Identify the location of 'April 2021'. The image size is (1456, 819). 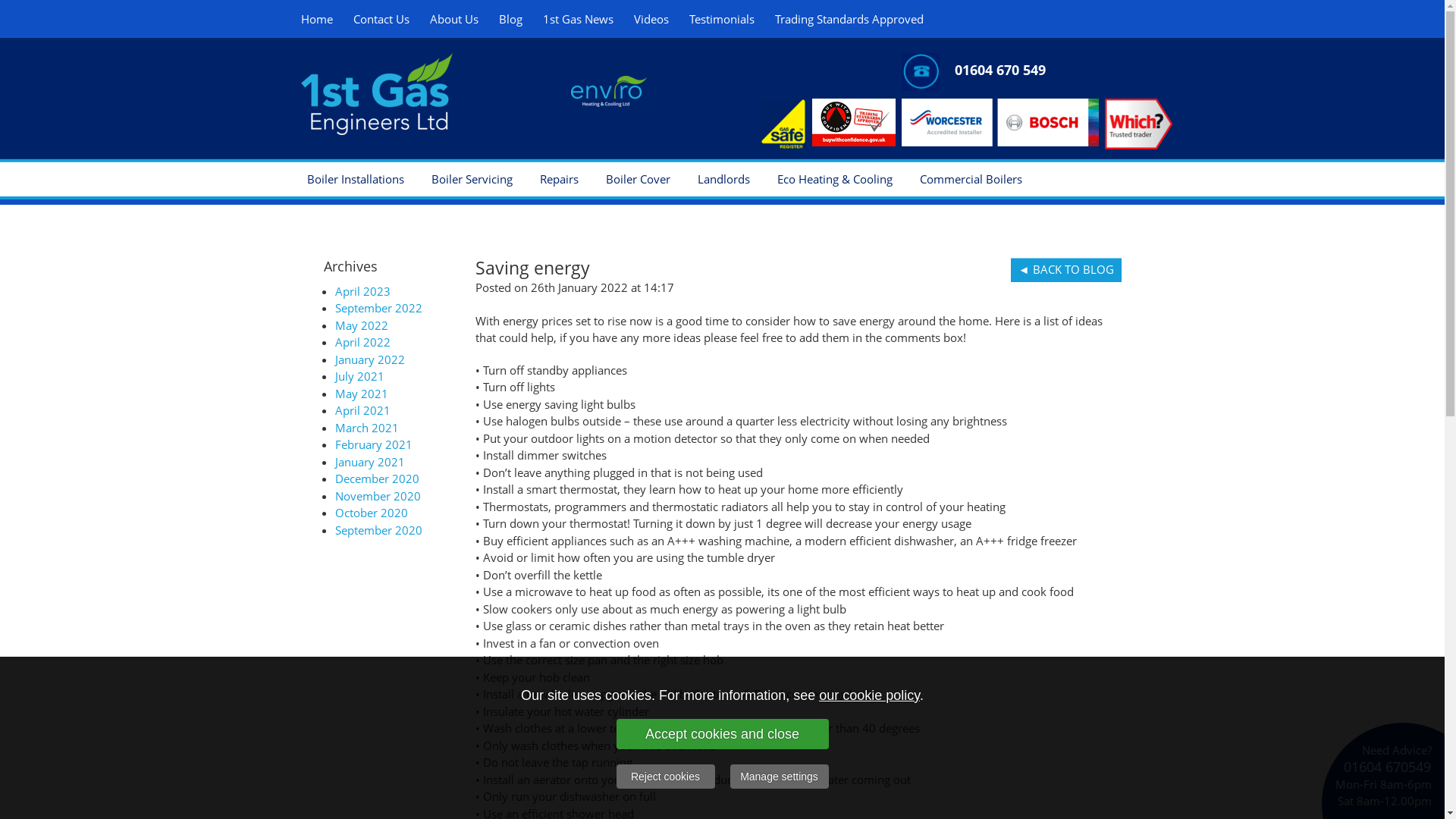
(362, 409).